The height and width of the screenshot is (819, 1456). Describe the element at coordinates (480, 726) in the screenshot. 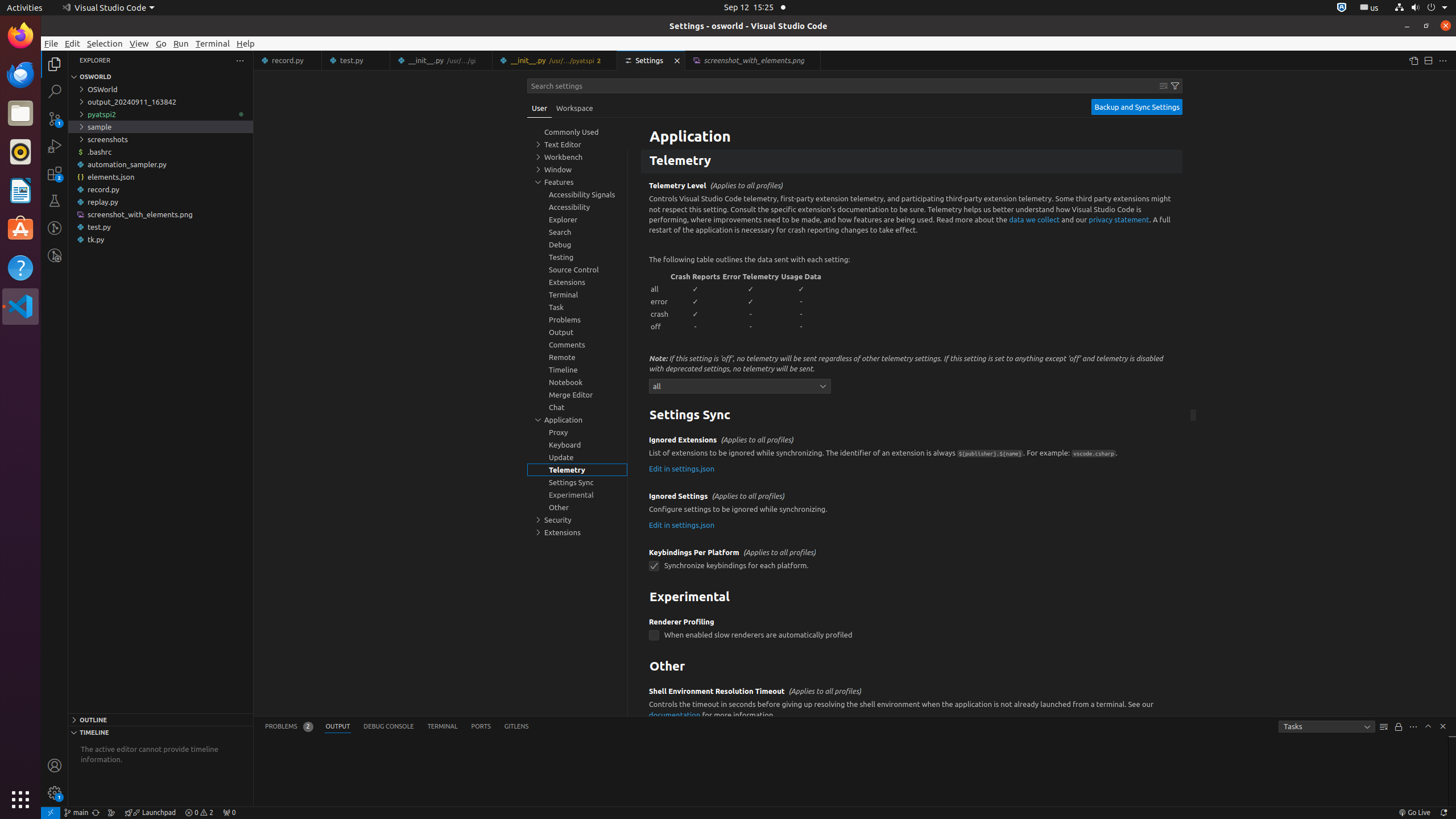

I see `'Ports'` at that location.